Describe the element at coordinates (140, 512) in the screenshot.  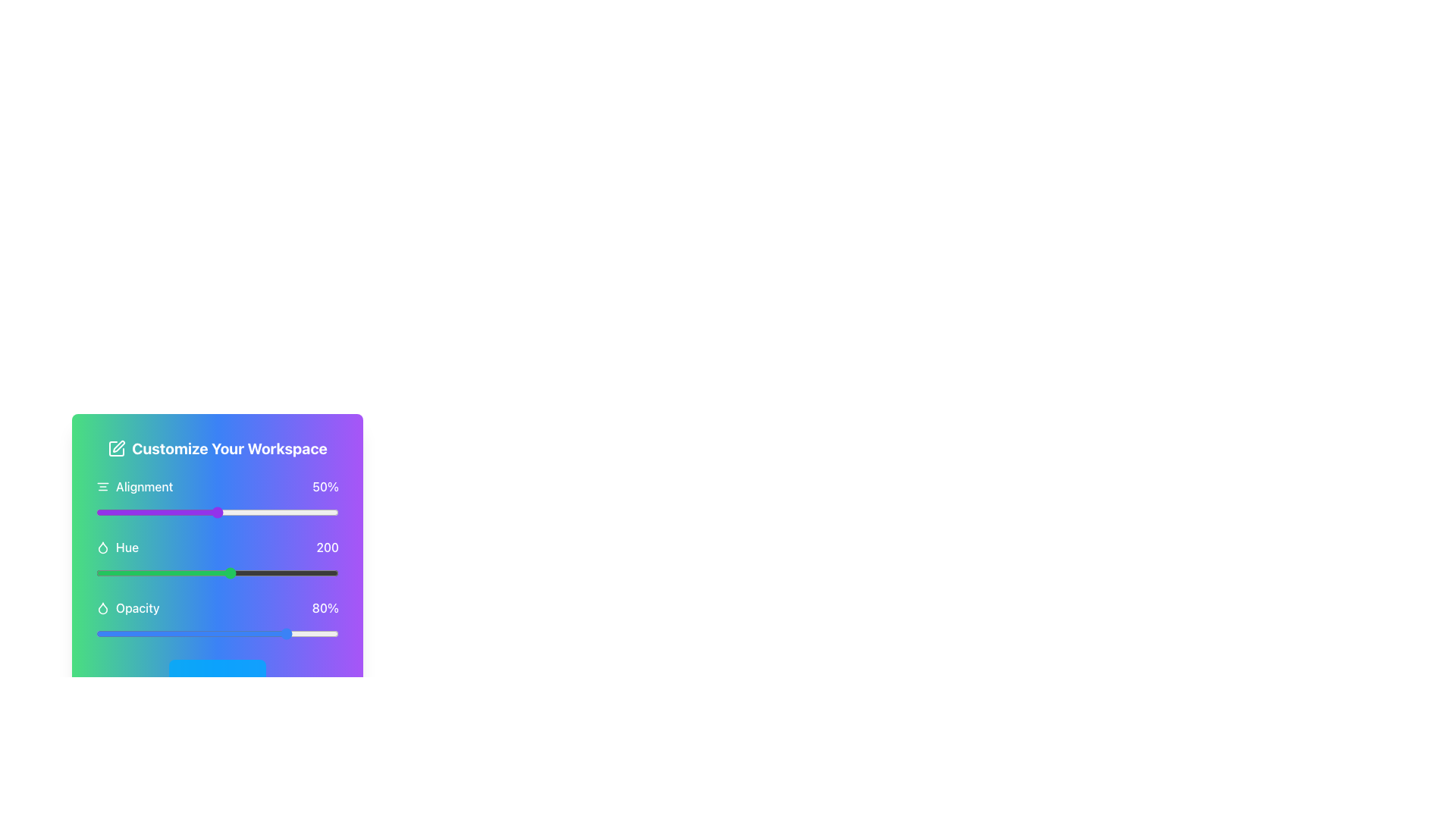
I see `the alignment percentage` at that location.